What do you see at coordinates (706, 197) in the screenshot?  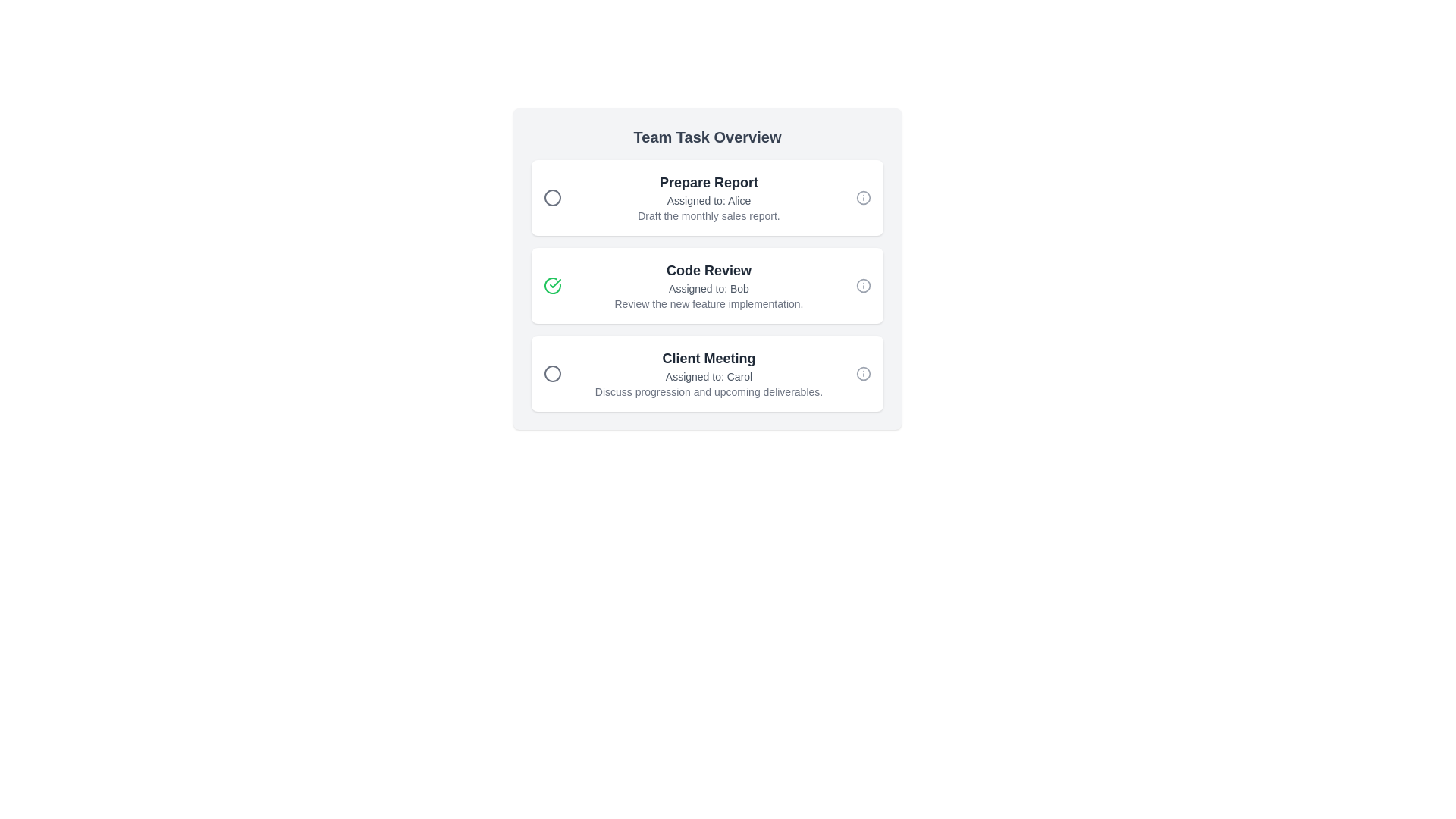 I see `task details from the Task card titled 'Prepare Report' which is located at the top of the task overview interface` at bounding box center [706, 197].